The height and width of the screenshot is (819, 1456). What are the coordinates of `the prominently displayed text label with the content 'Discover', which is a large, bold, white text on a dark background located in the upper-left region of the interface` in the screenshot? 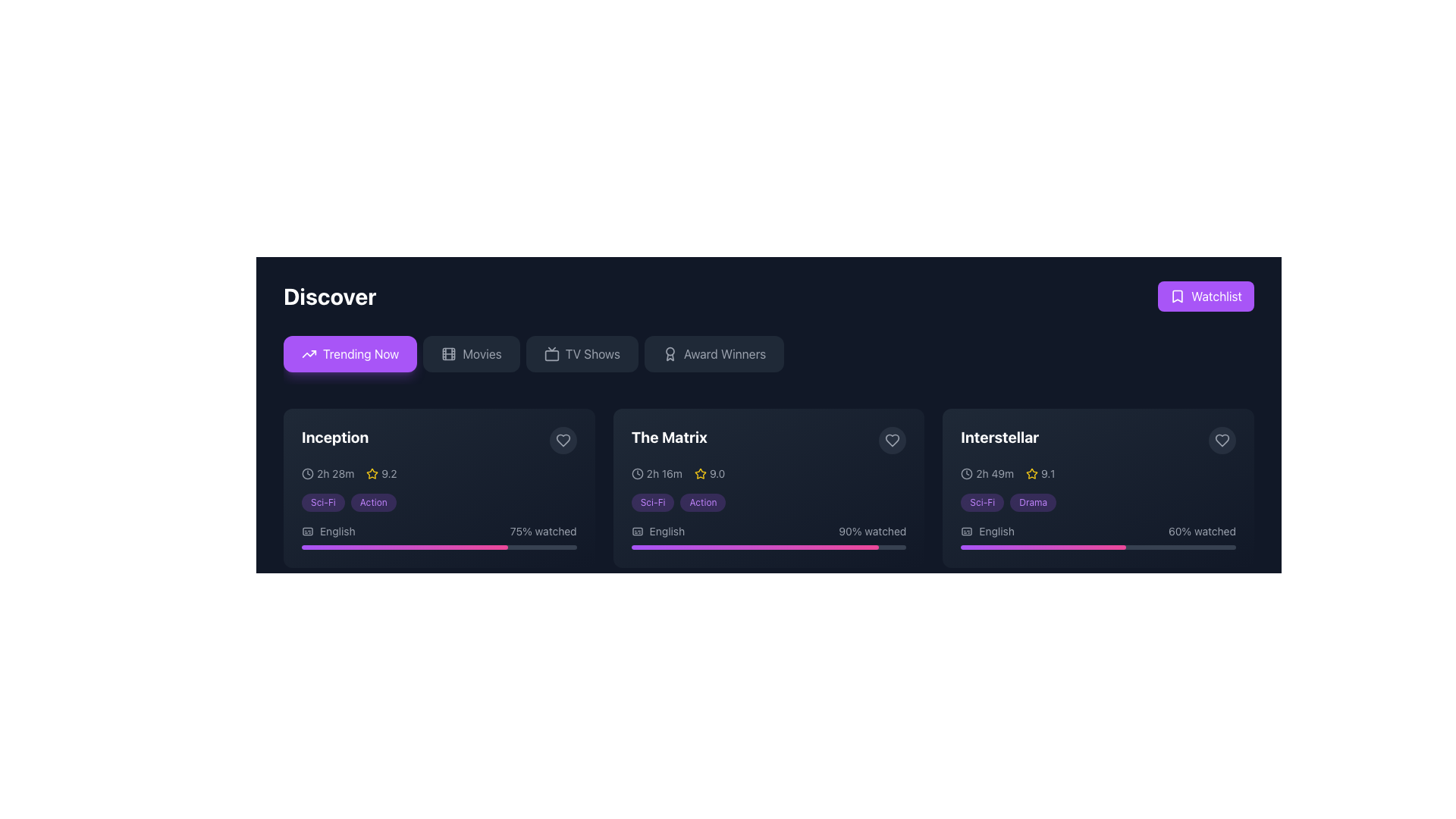 It's located at (329, 296).